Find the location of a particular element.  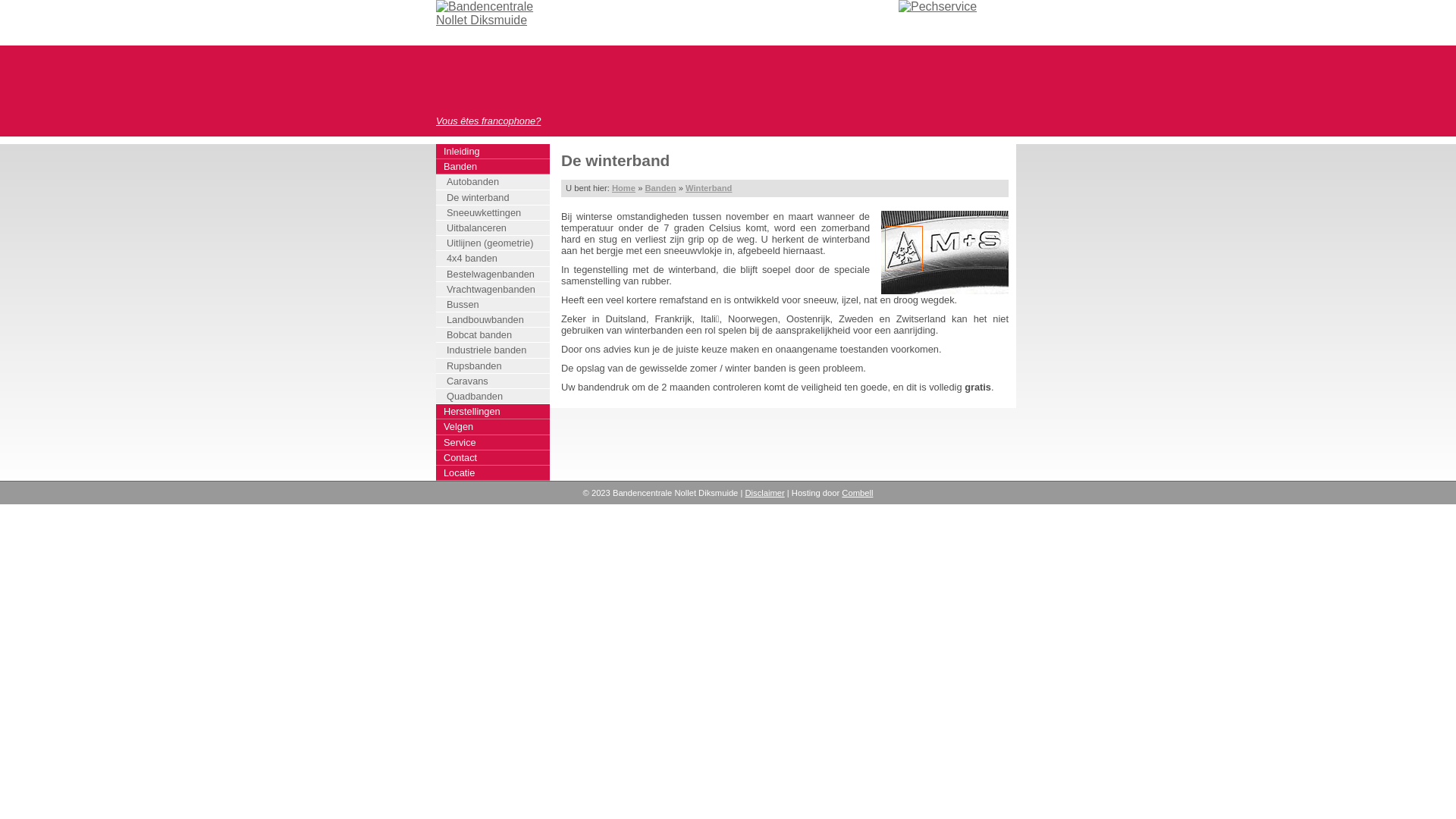

'Locatie' is located at coordinates (435, 472).